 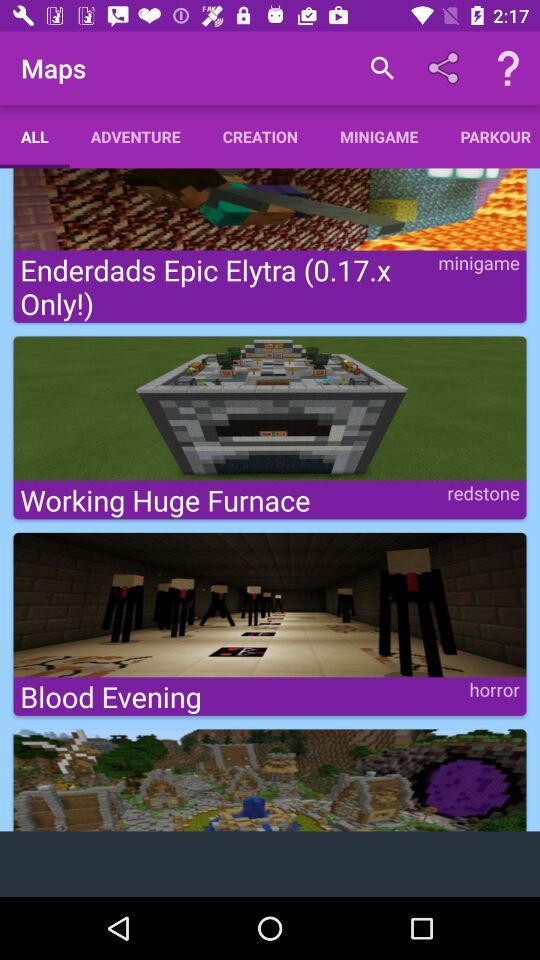 I want to click on adventure icon, so click(x=135, y=135).